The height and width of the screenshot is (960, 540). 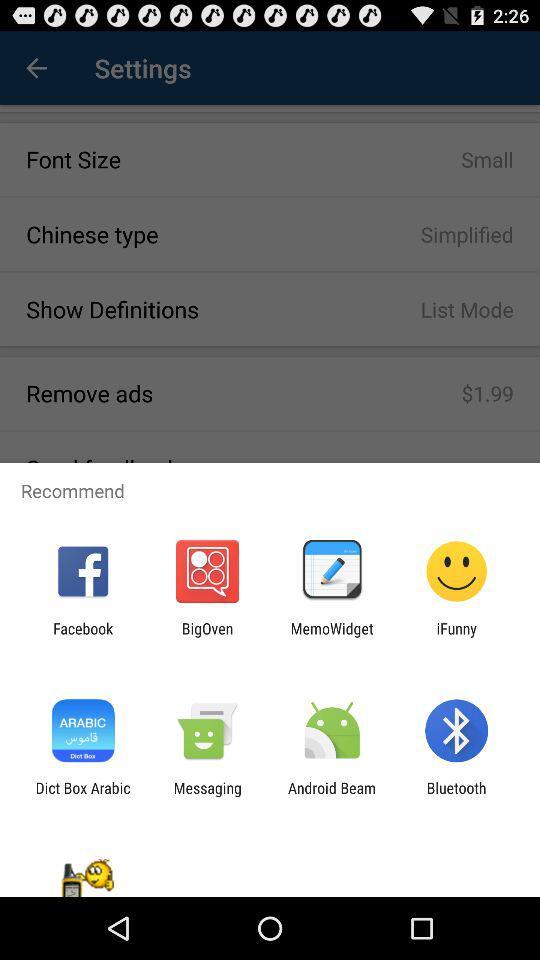 What do you see at coordinates (456, 636) in the screenshot?
I see `ifunny app` at bounding box center [456, 636].